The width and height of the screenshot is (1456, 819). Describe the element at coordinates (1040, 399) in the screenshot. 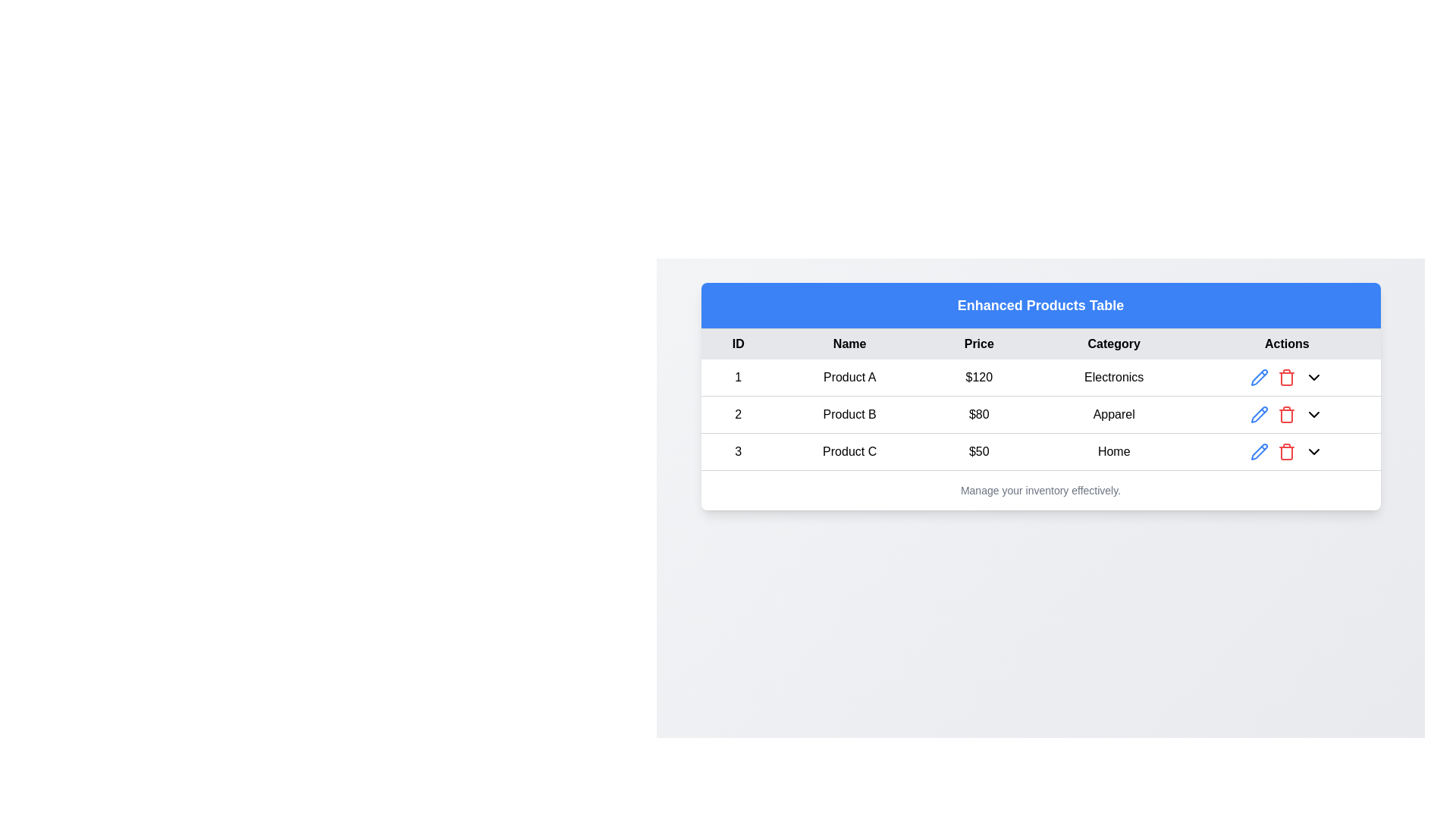

I see `details displayed in the second row of the 'Enhanced Products Table', which includes ID, Name, Price, Category, and Actions` at that location.